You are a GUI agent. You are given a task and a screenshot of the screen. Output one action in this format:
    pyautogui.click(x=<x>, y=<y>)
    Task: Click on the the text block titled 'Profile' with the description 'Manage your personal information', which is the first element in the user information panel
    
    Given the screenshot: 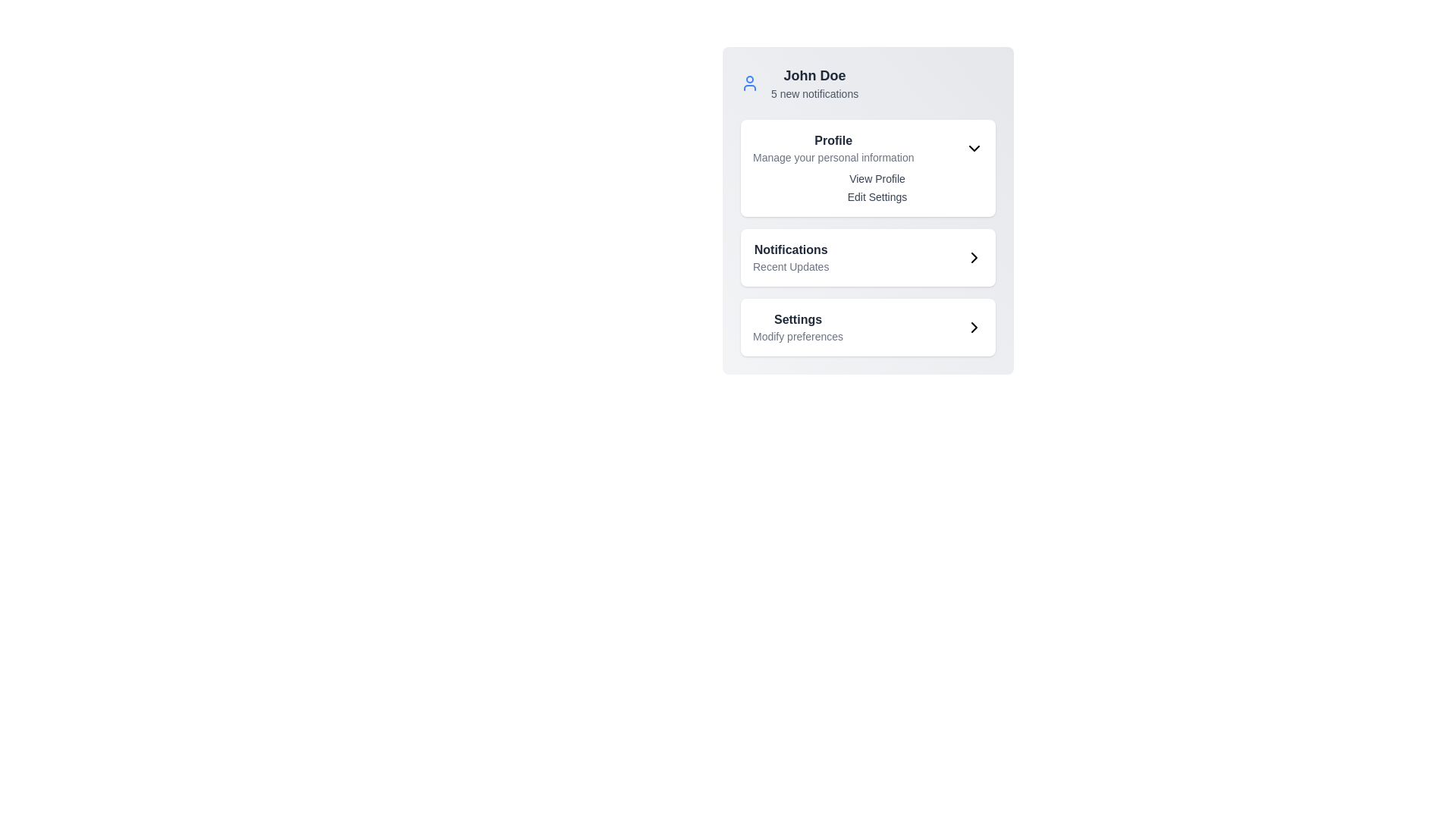 What is the action you would take?
    pyautogui.click(x=833, y=149)
    